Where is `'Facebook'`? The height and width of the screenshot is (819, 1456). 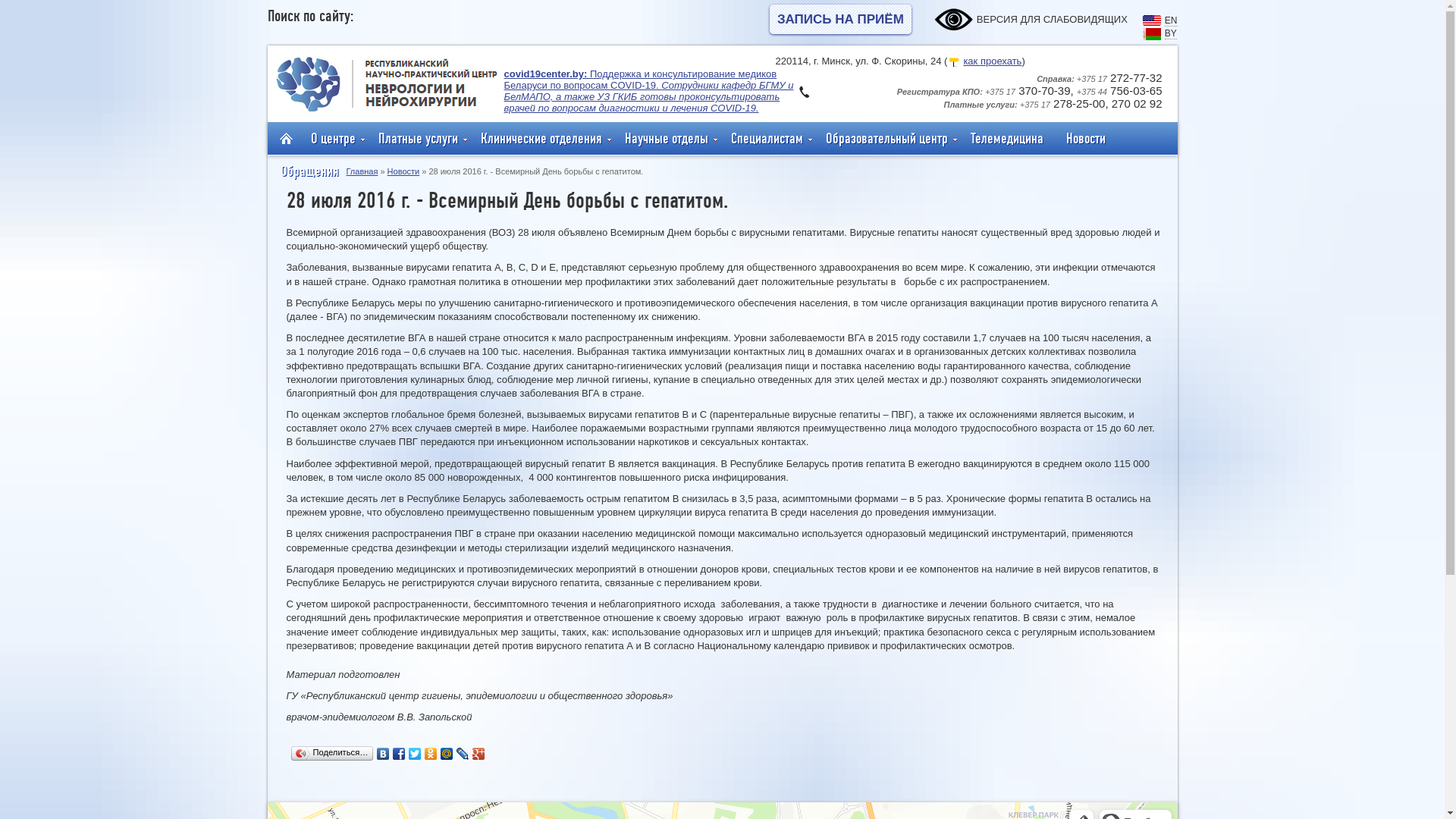
'Facebook' is located at coordinates (399, 754).